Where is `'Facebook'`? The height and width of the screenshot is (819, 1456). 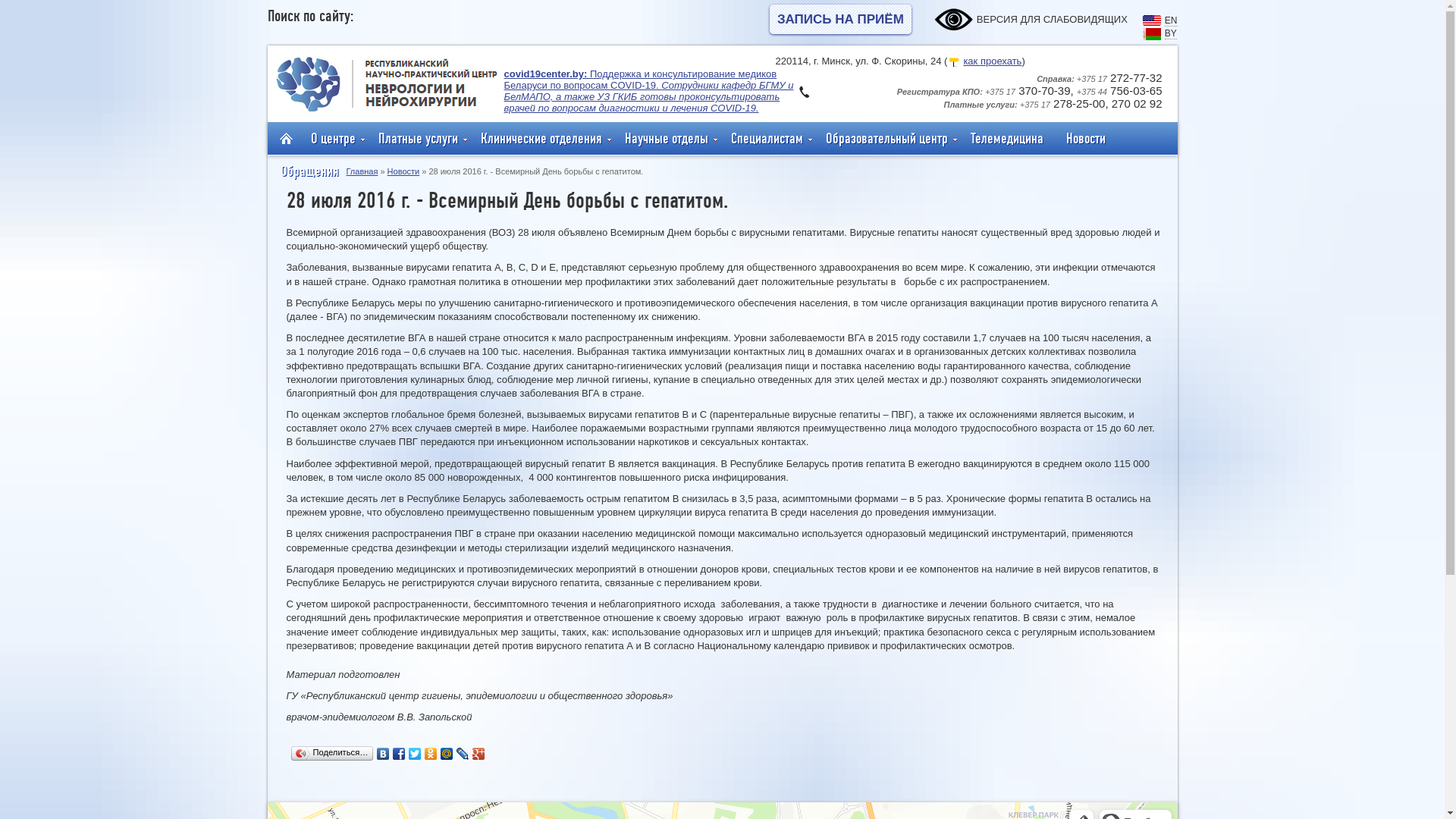
'Facebook' is located at coordinates (399, 754).